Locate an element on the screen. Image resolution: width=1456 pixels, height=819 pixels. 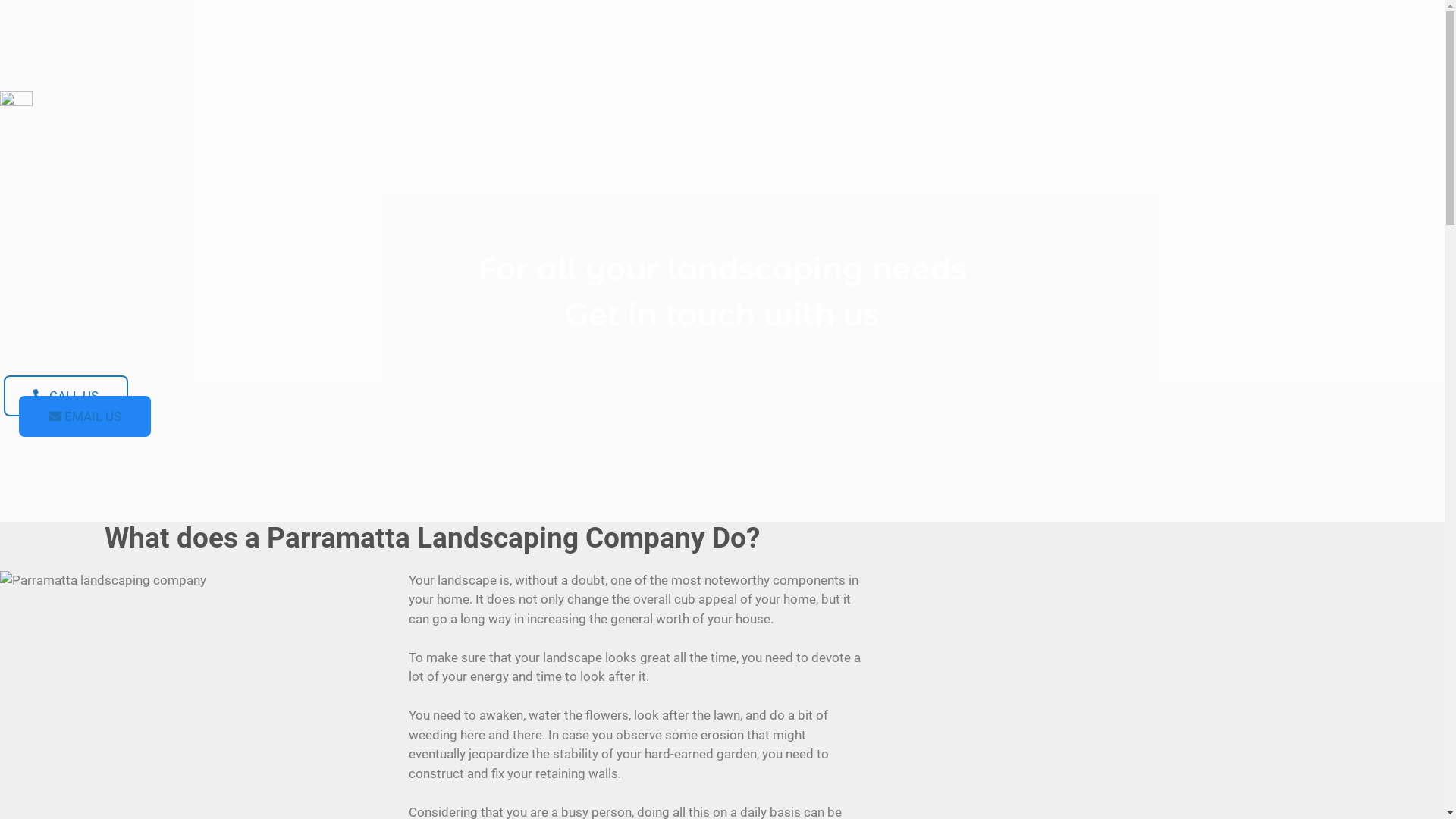
'CALL US' is located at coordinates (64, 394).